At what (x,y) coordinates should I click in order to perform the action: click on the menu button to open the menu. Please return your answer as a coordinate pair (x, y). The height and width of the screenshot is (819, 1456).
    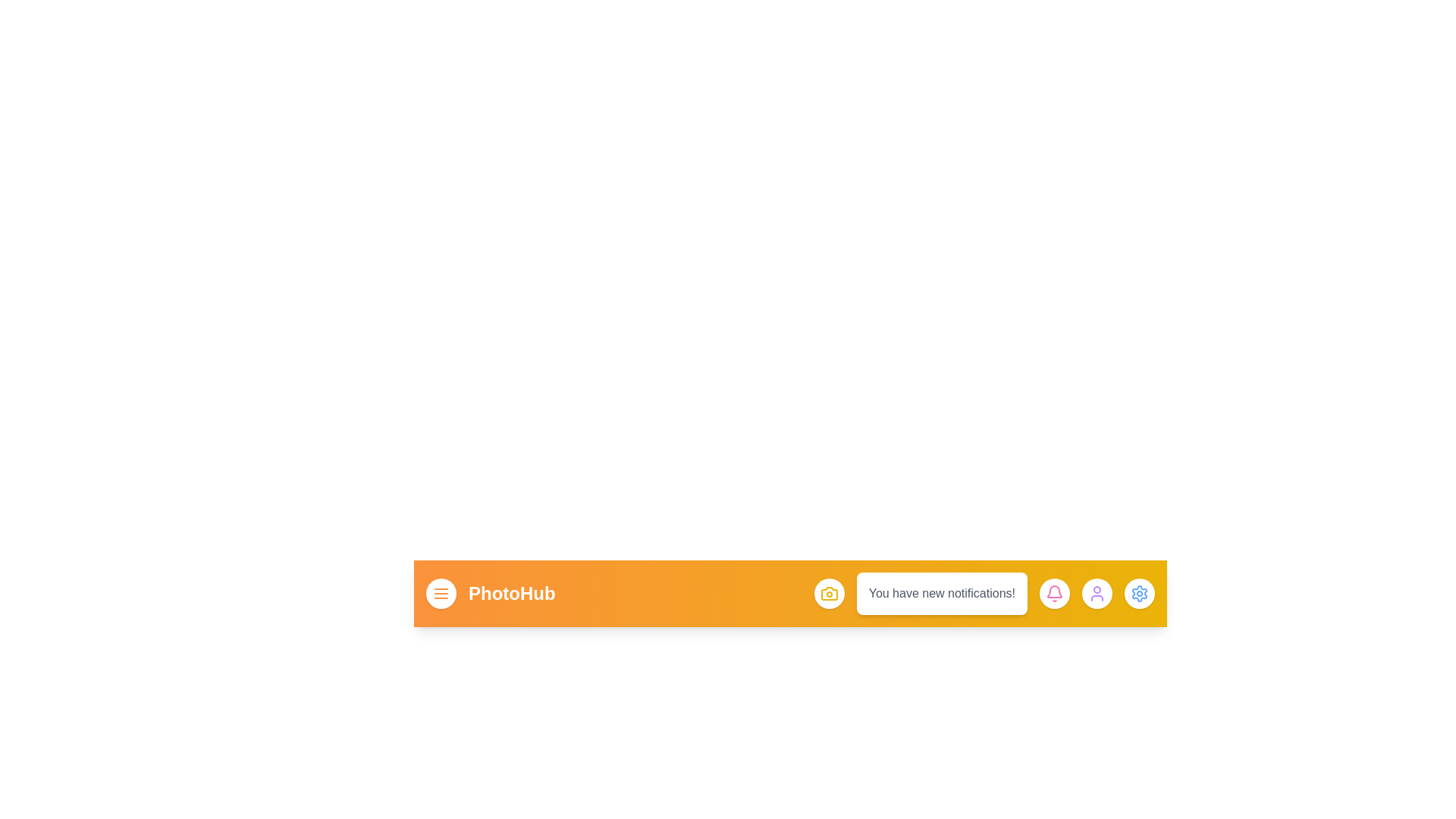
    Looking at the image, I should click on (440, 593).